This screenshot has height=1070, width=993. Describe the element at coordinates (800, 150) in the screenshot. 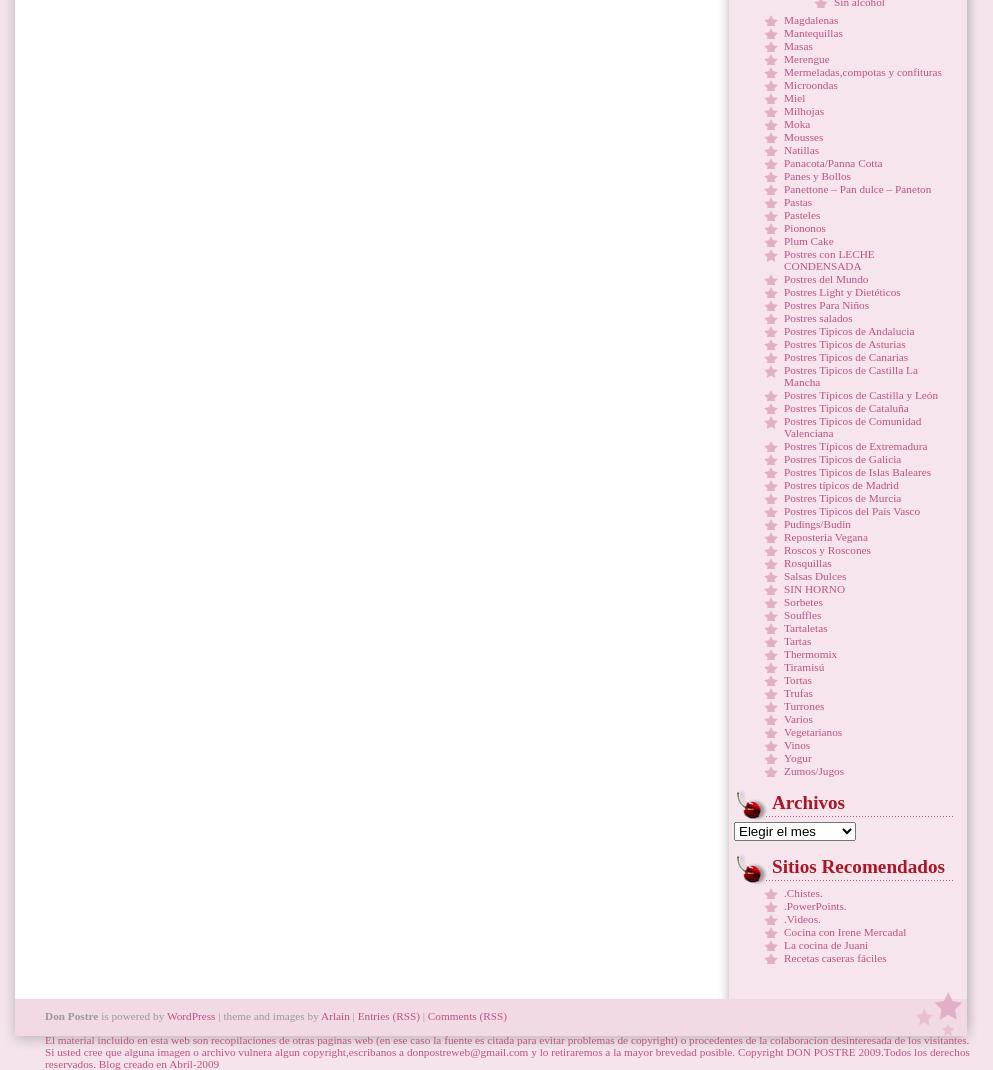

I see `'Natillas'` at that location.